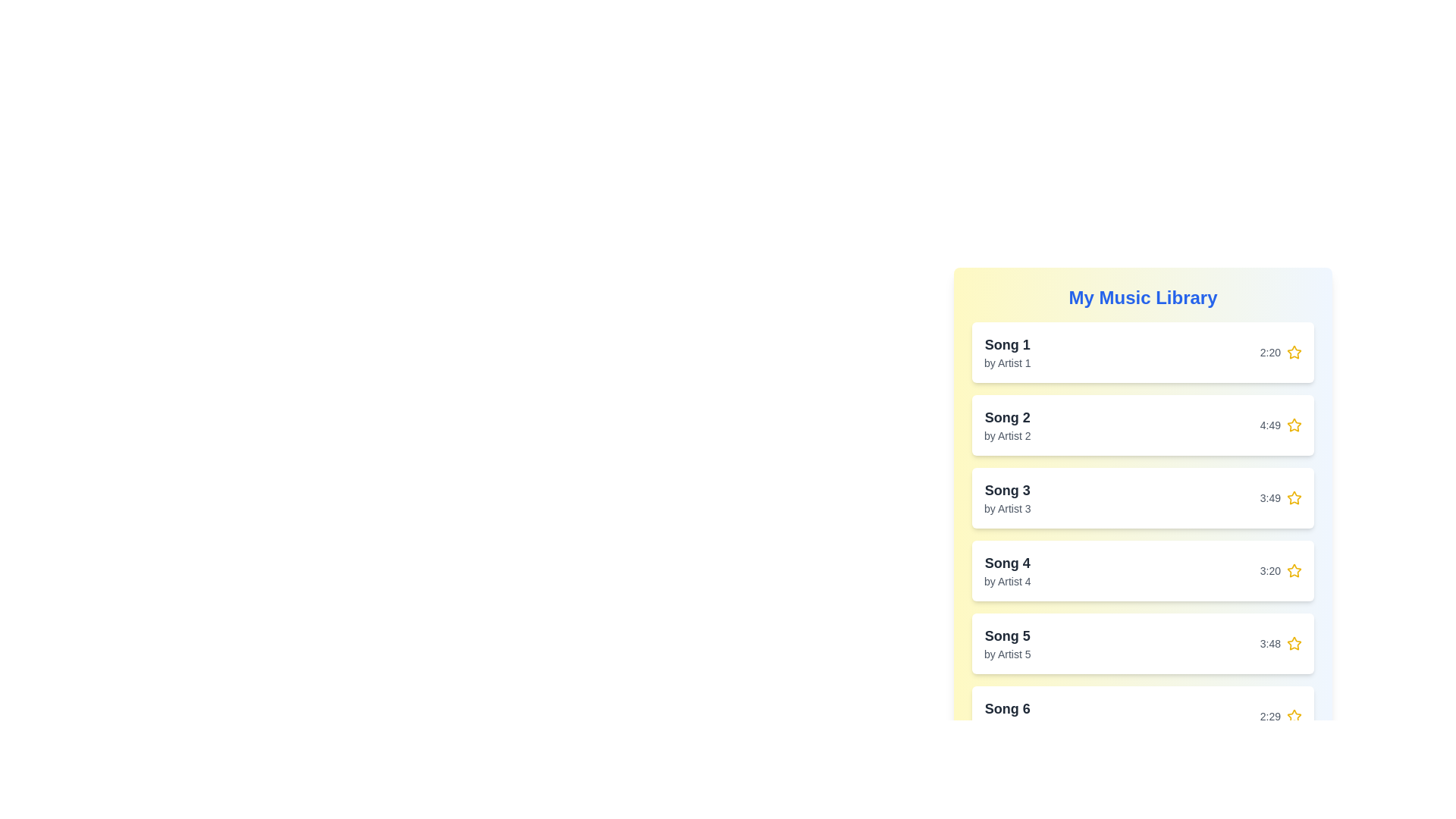 This screenshot has width=1456, height=819. Describe the element at coordinates (1007, 509) in the screenshot. I see `the text label that reads 'by Artist 3', which is styled in a smaller gray font and located below the title 'Song 3' in the music library interface` at that location.